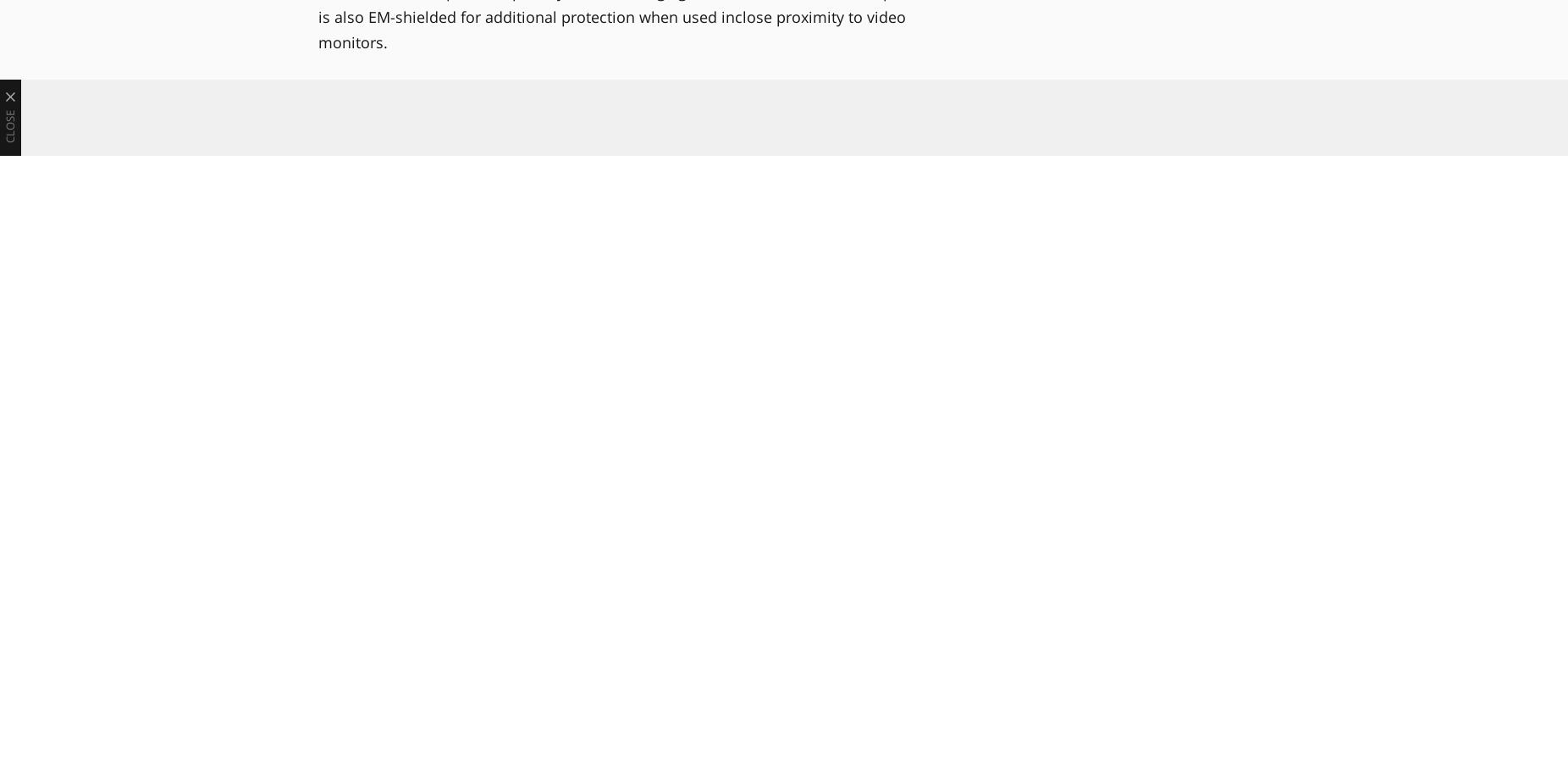 The width and height of the screenshot is (1568, 769). Describe the element at coordinates (366, 442) in the screenshot. I see `'Related'` at that location.